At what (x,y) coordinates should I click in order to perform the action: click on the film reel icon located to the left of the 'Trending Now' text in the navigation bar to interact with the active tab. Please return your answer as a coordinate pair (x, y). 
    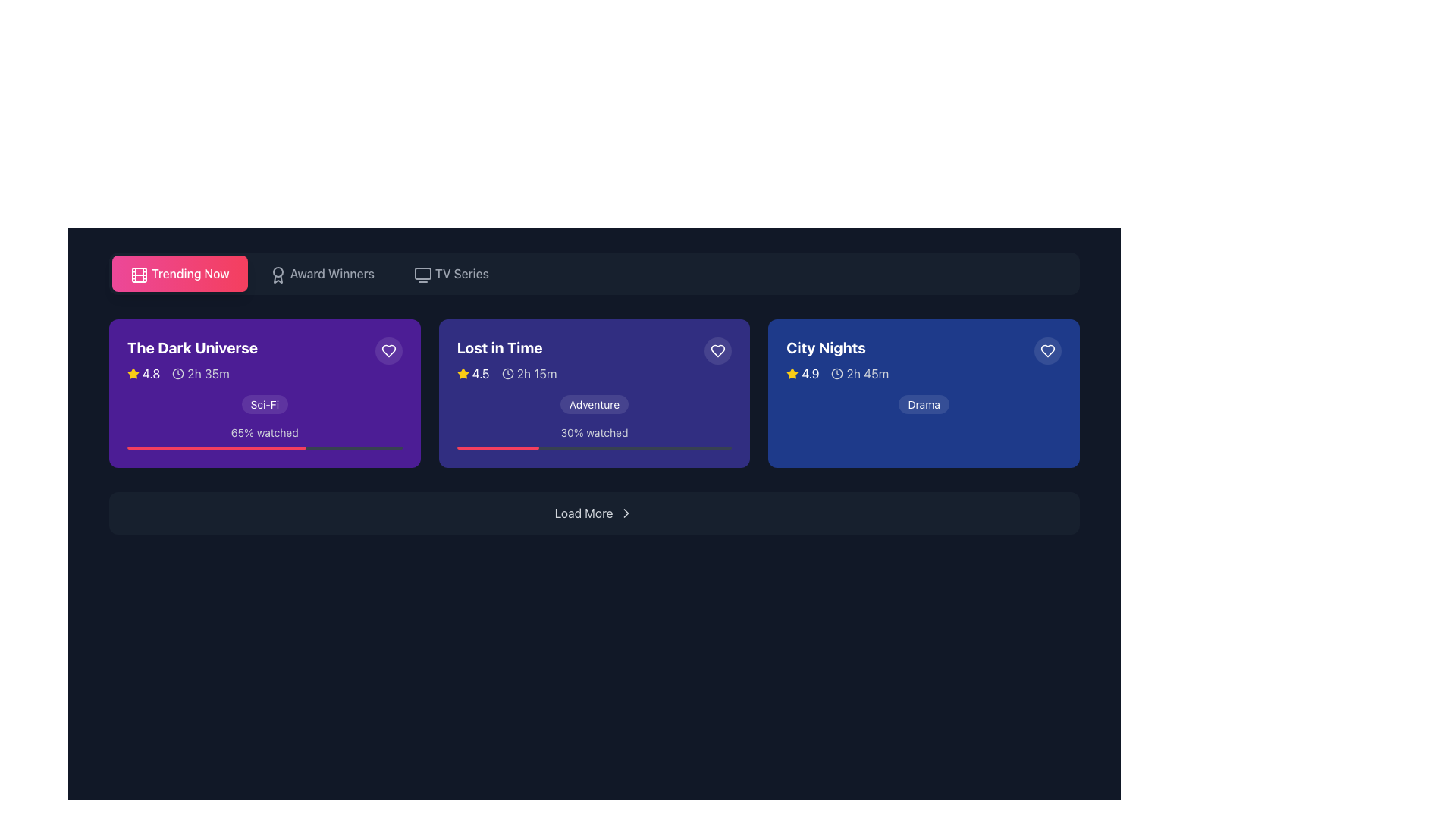
    Looking at the image, I should click on (139, 275).